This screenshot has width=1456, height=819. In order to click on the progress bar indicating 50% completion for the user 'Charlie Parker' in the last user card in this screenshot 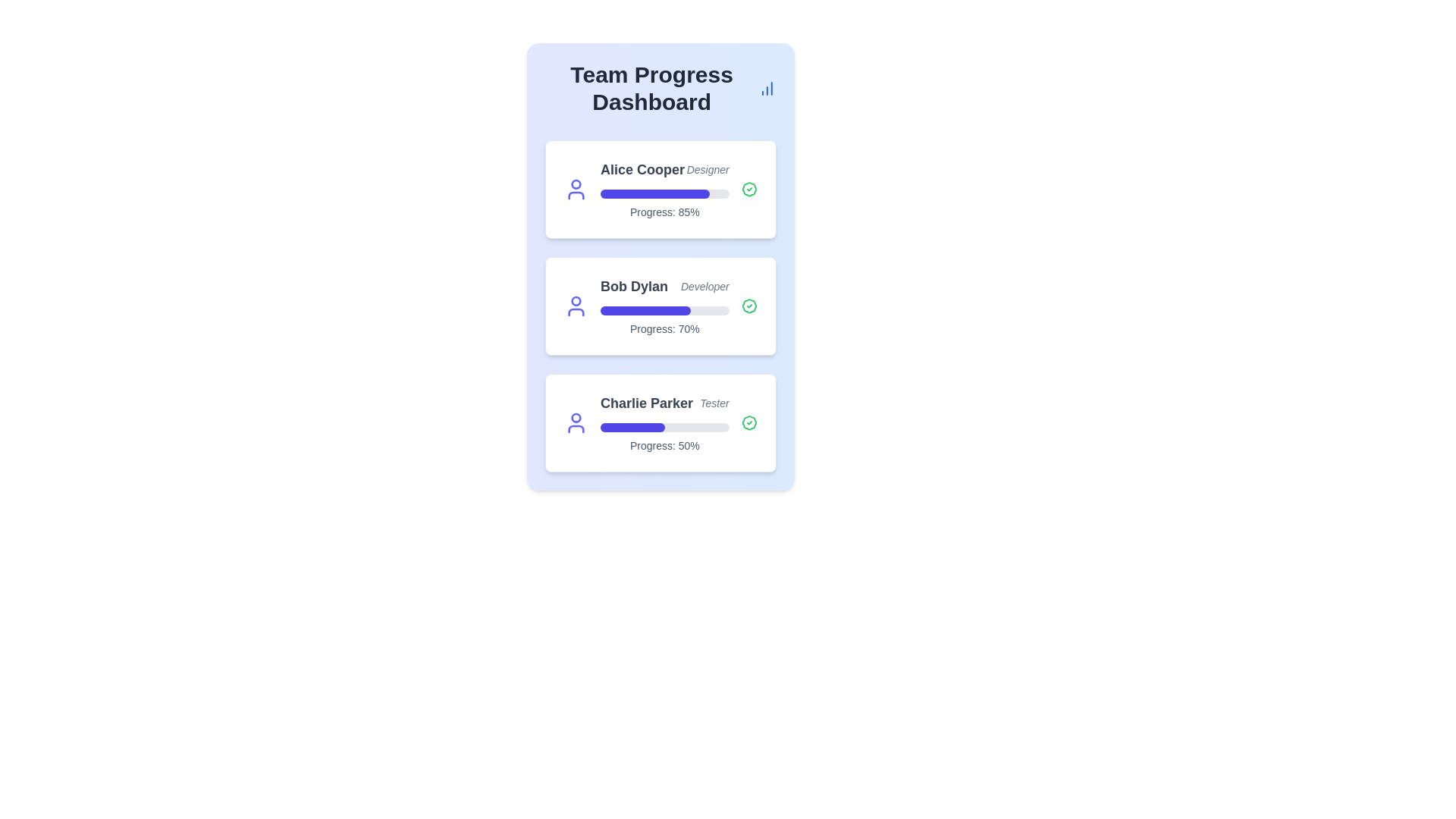, I will do `click(664, 427)`.